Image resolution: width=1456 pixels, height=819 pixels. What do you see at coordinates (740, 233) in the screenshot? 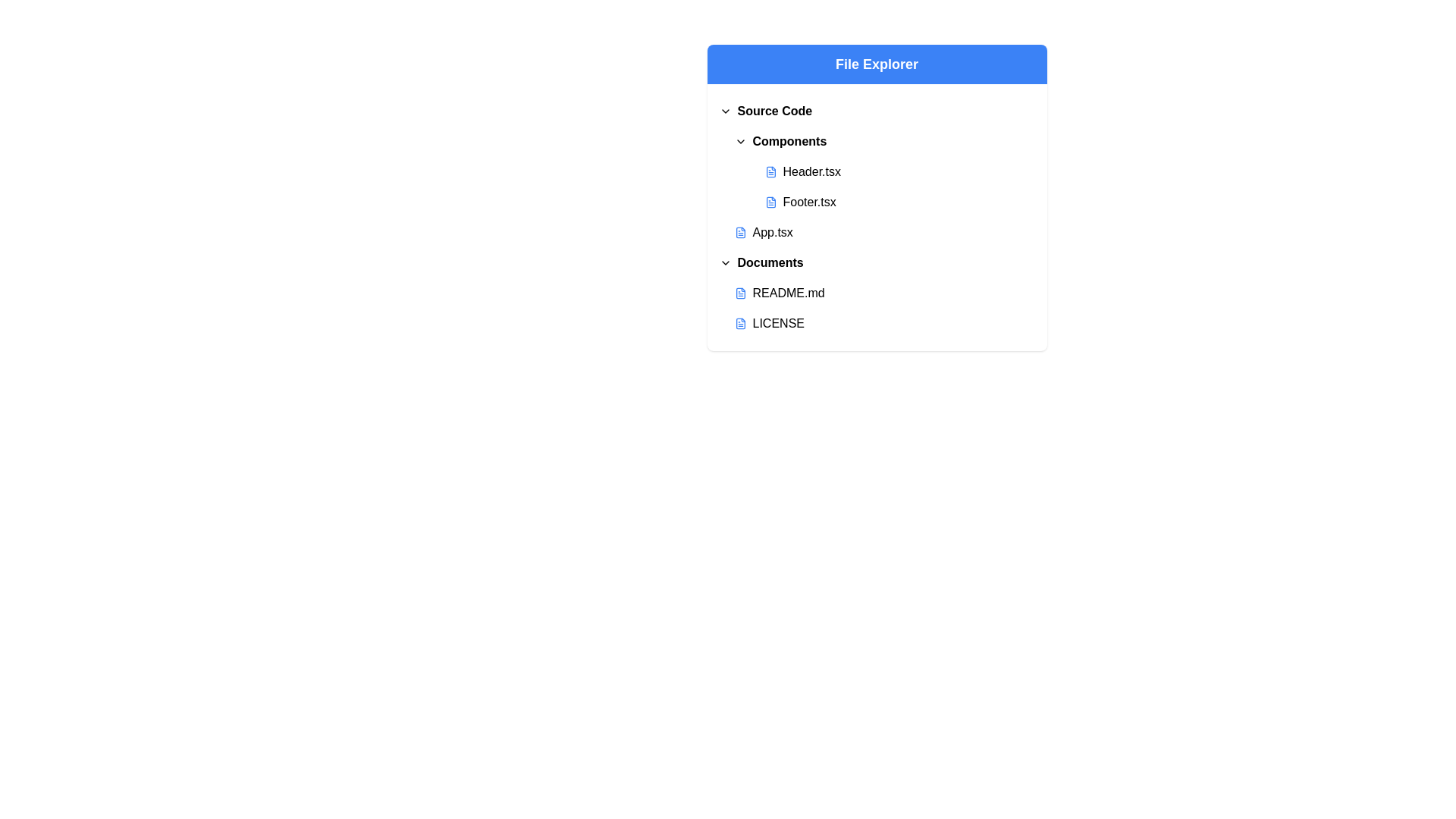
I see `the blue document icon located to the left of the 'App.tsx' text` at bounding box center [740, 233].